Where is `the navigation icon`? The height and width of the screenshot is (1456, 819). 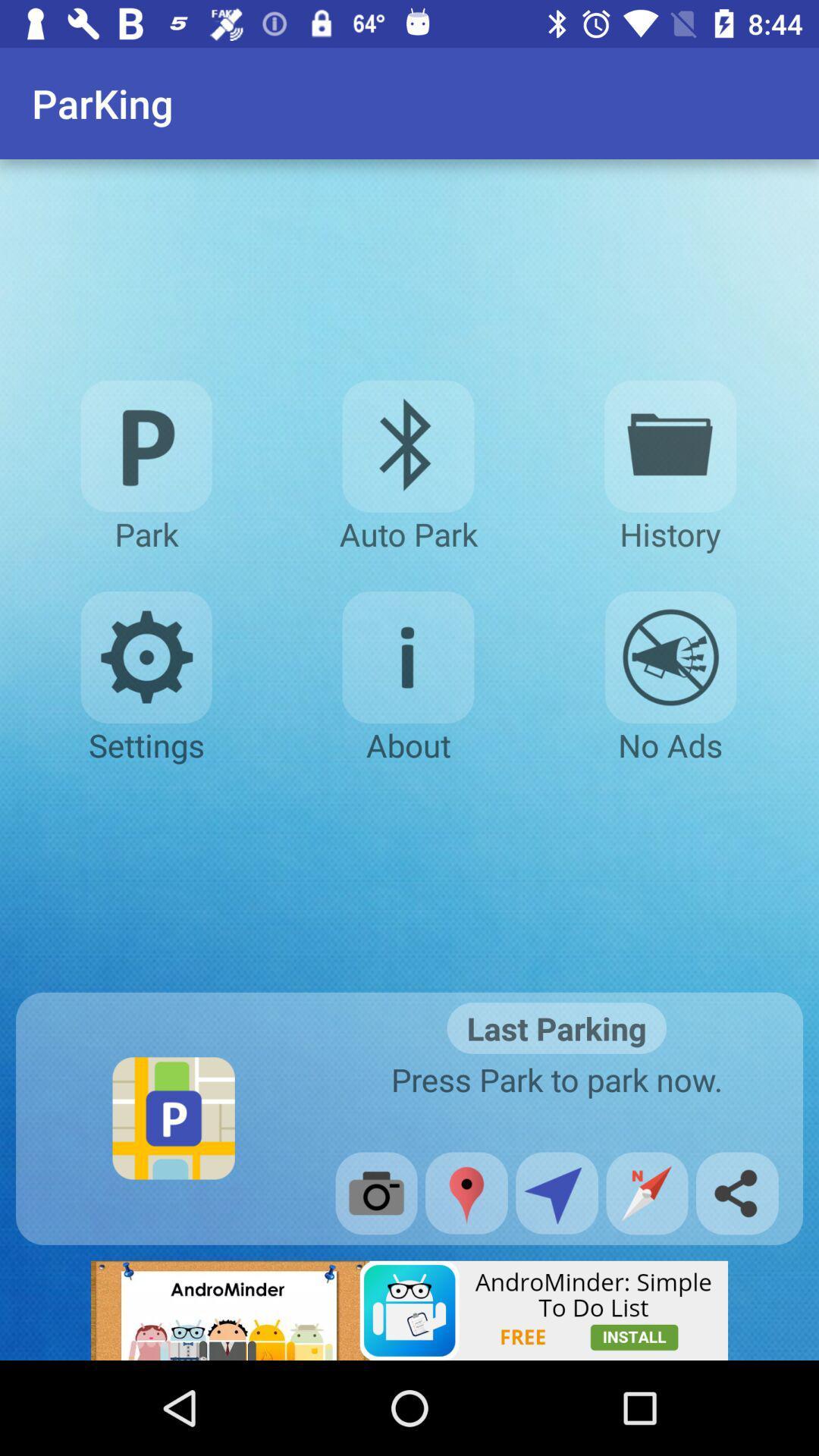
the navigation icon is located at coordinates (557, 1192).